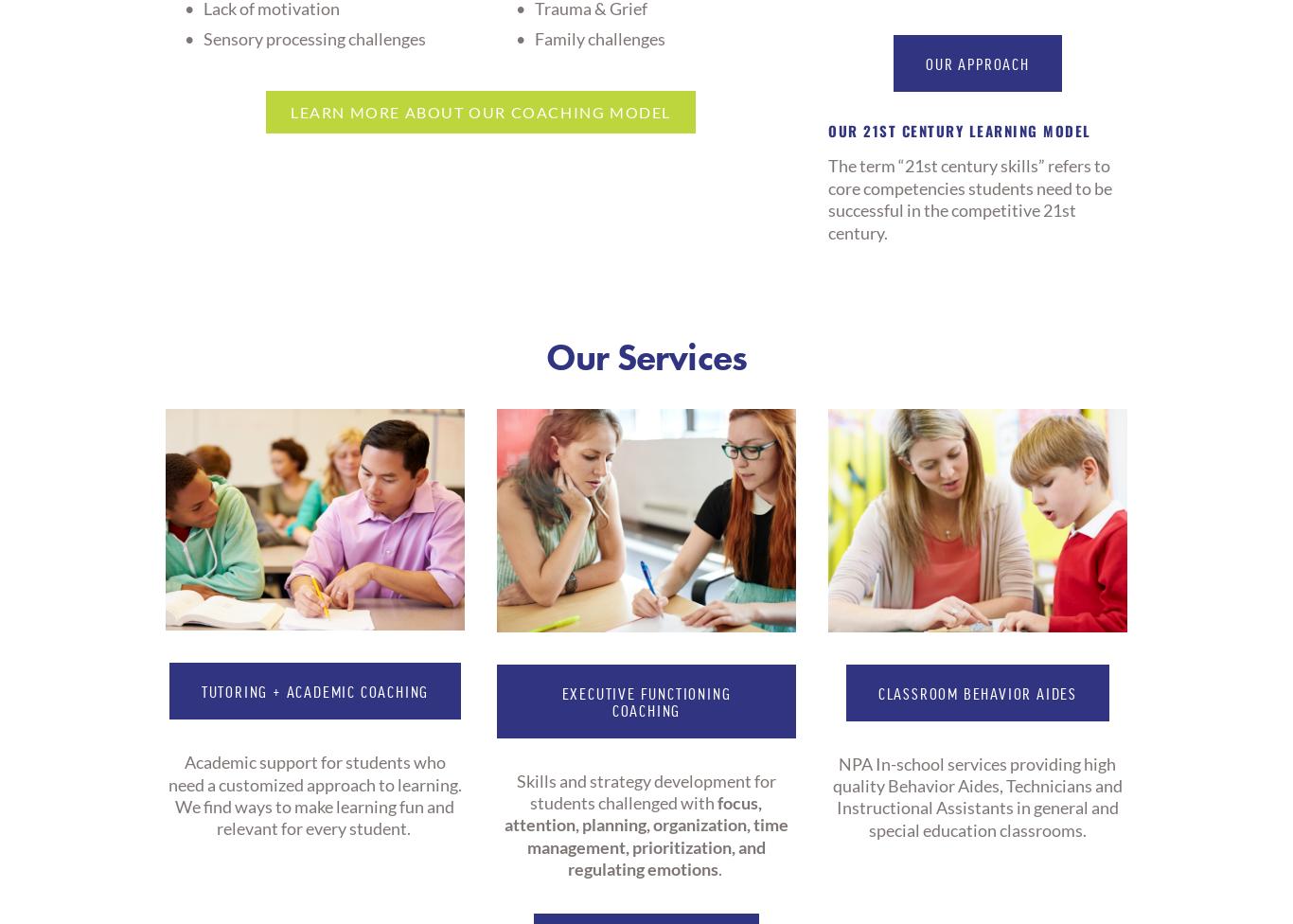 The image size is (1293, 924). What do you see at coordinates (976, 62) in the screenshot?
I see `'our approach'` at bounding box center [976, 62].